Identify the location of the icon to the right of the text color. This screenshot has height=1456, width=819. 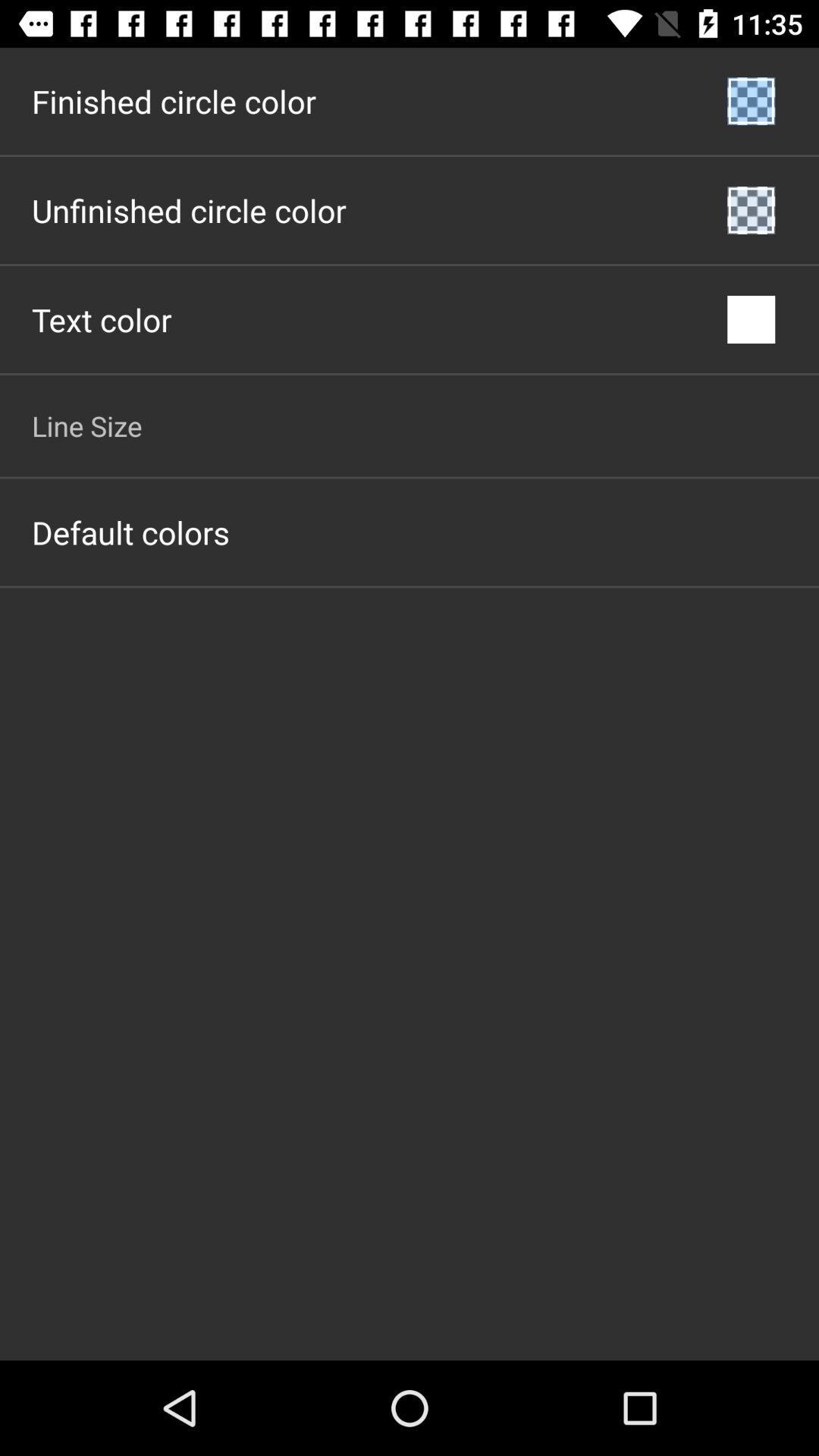
(751, 318).